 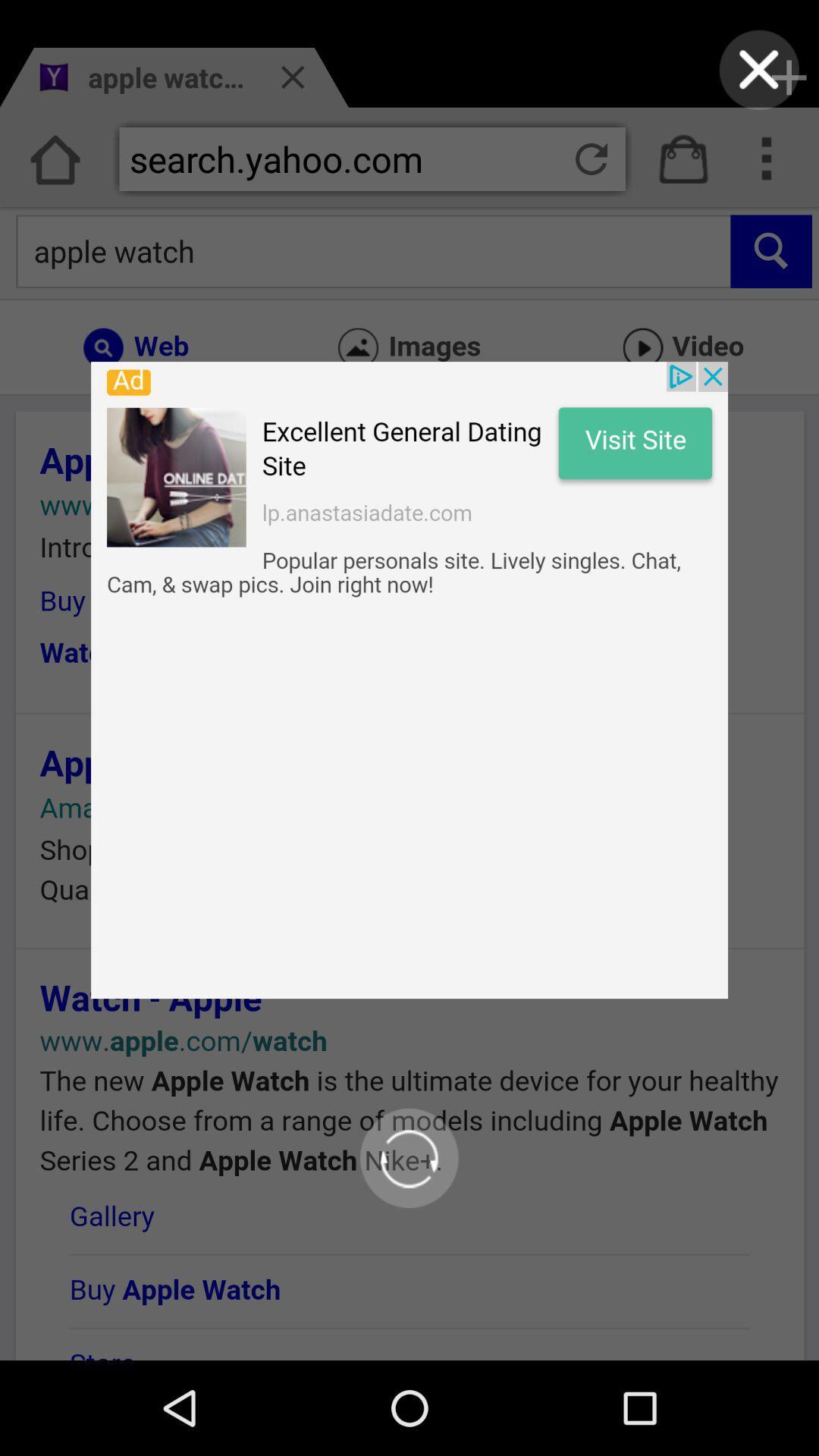 What do you see at coordinates (408, 1157) in the screenshot?
I see `refreshes page` at bounding box center [408, 1157].